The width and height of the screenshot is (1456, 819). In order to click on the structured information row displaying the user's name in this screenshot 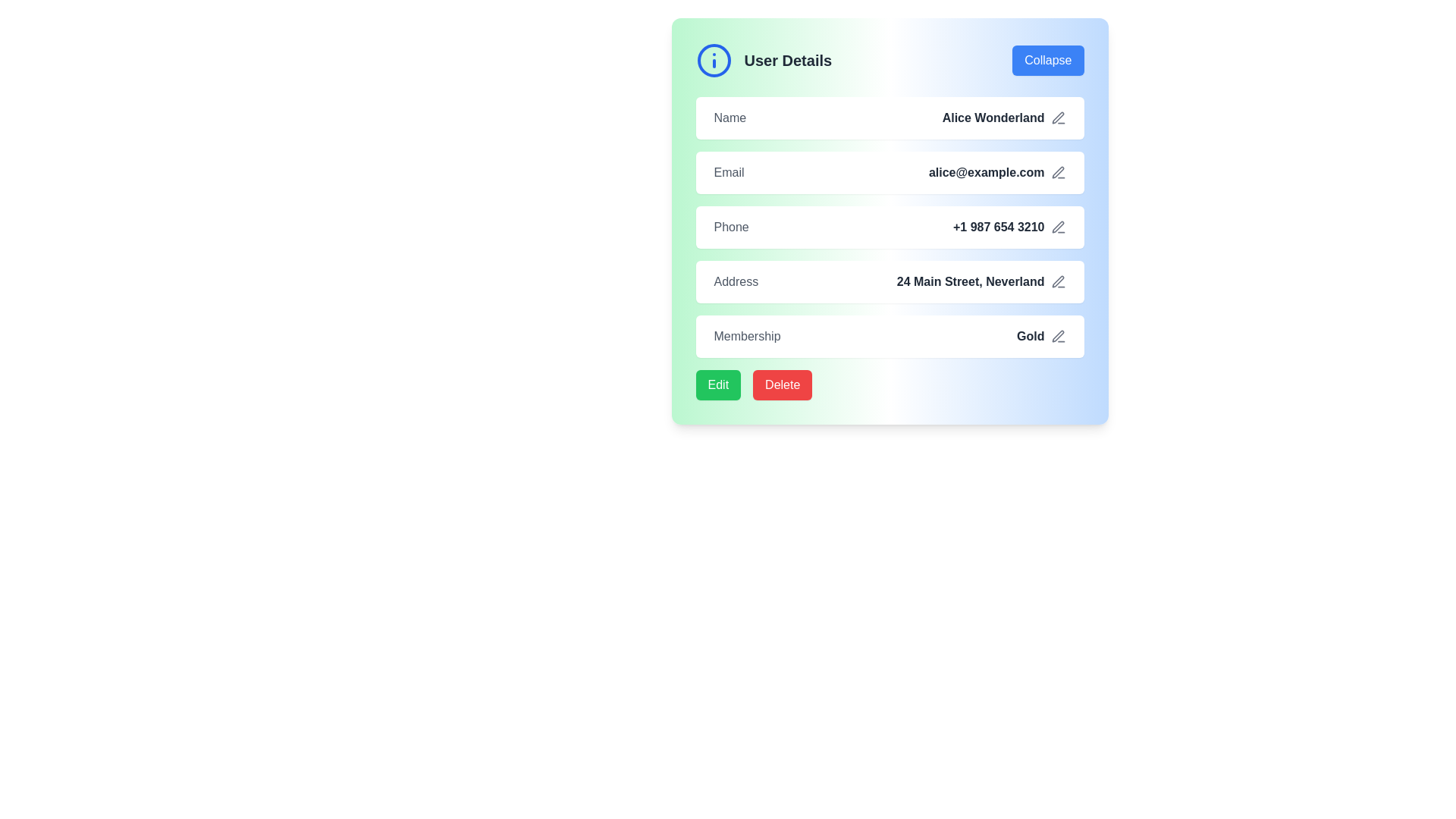, I will do `click(890, 117)`.